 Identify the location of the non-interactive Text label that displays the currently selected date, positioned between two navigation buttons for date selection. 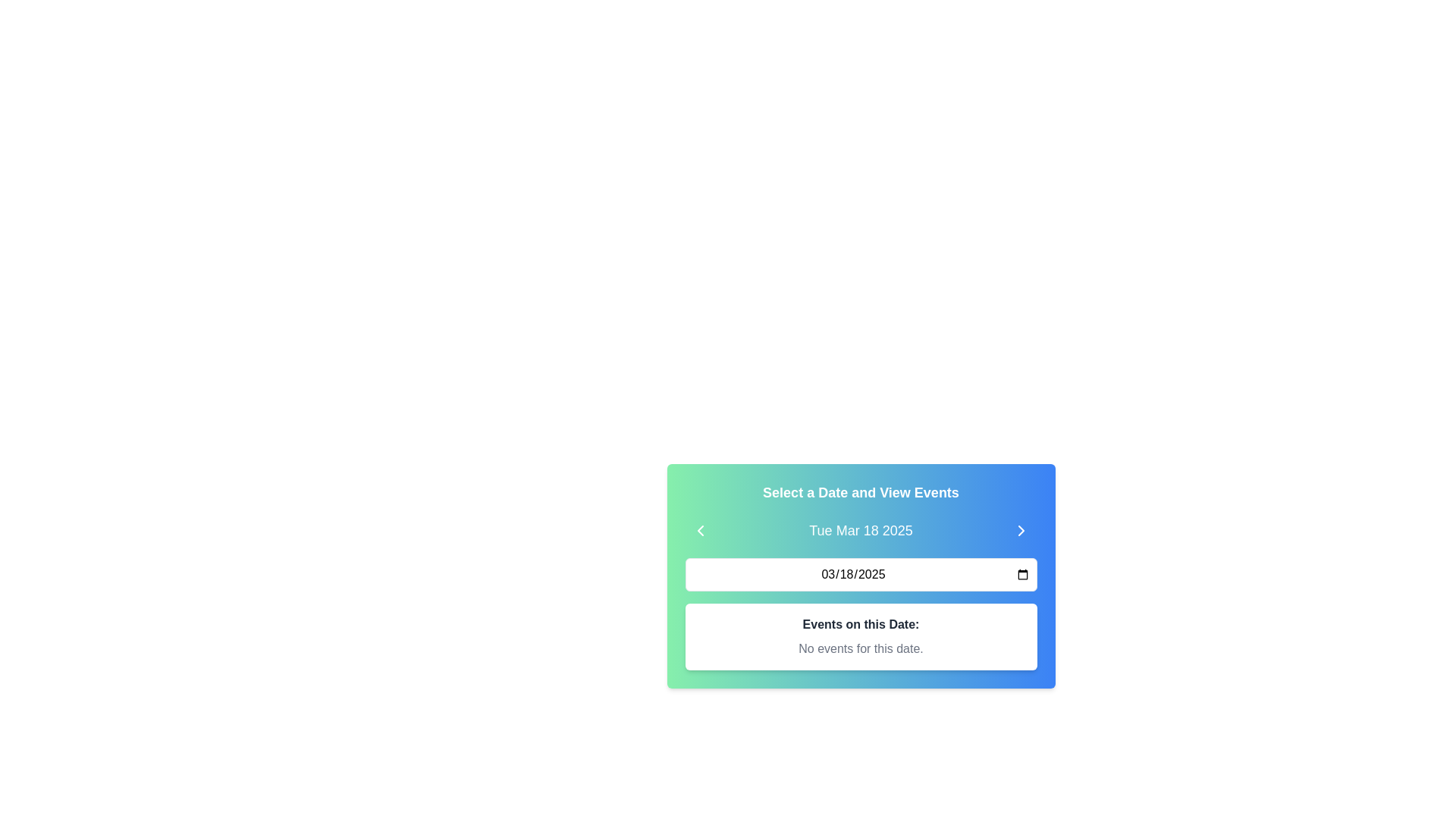
(861, 529).